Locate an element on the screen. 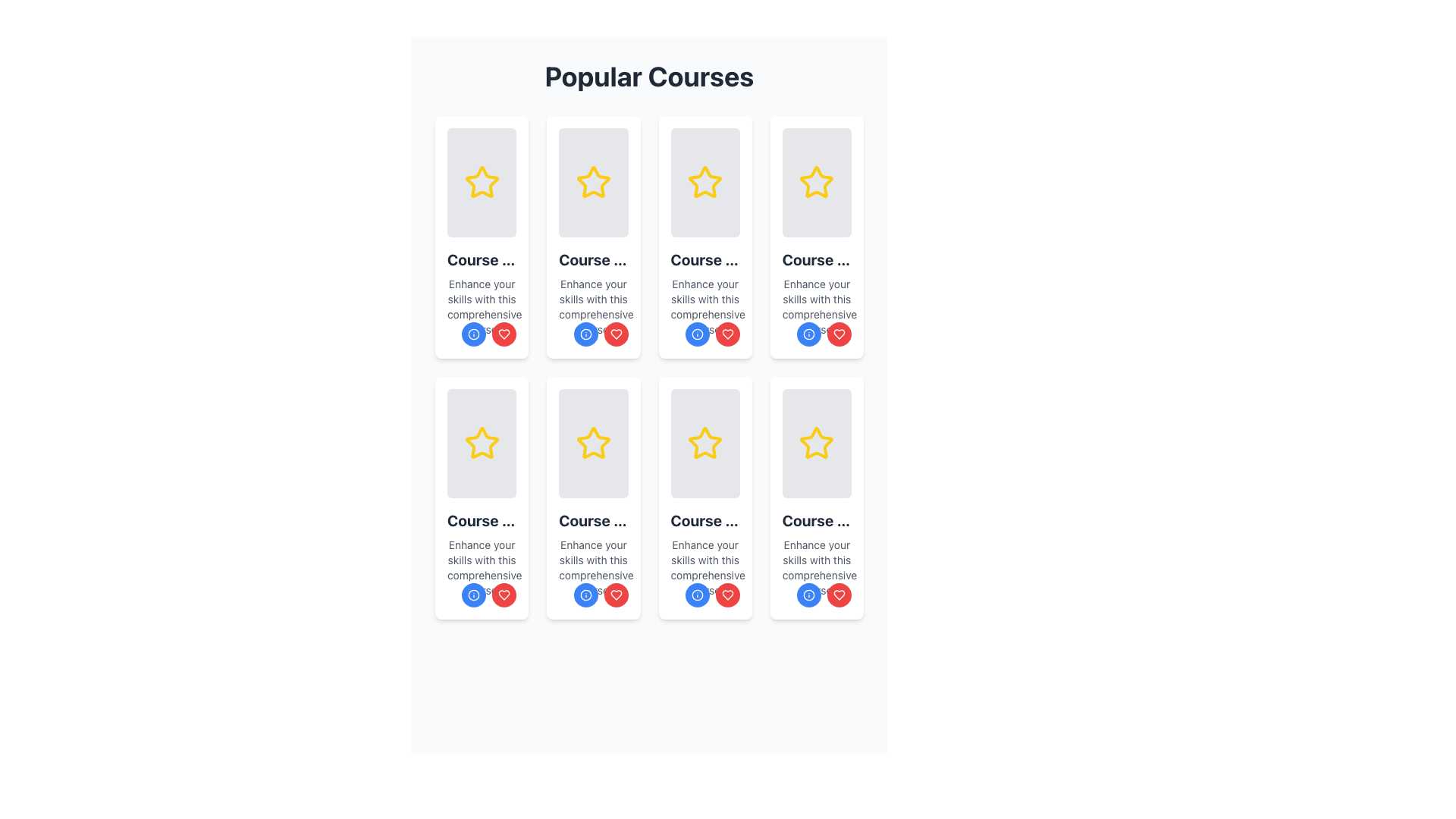 This screenshot has height=819, width=1456. the blue circular information icon located at the bottom section of the card component, which is part of a grid layout and next to a heart-shaped icon is located at coordinates (696, 333).